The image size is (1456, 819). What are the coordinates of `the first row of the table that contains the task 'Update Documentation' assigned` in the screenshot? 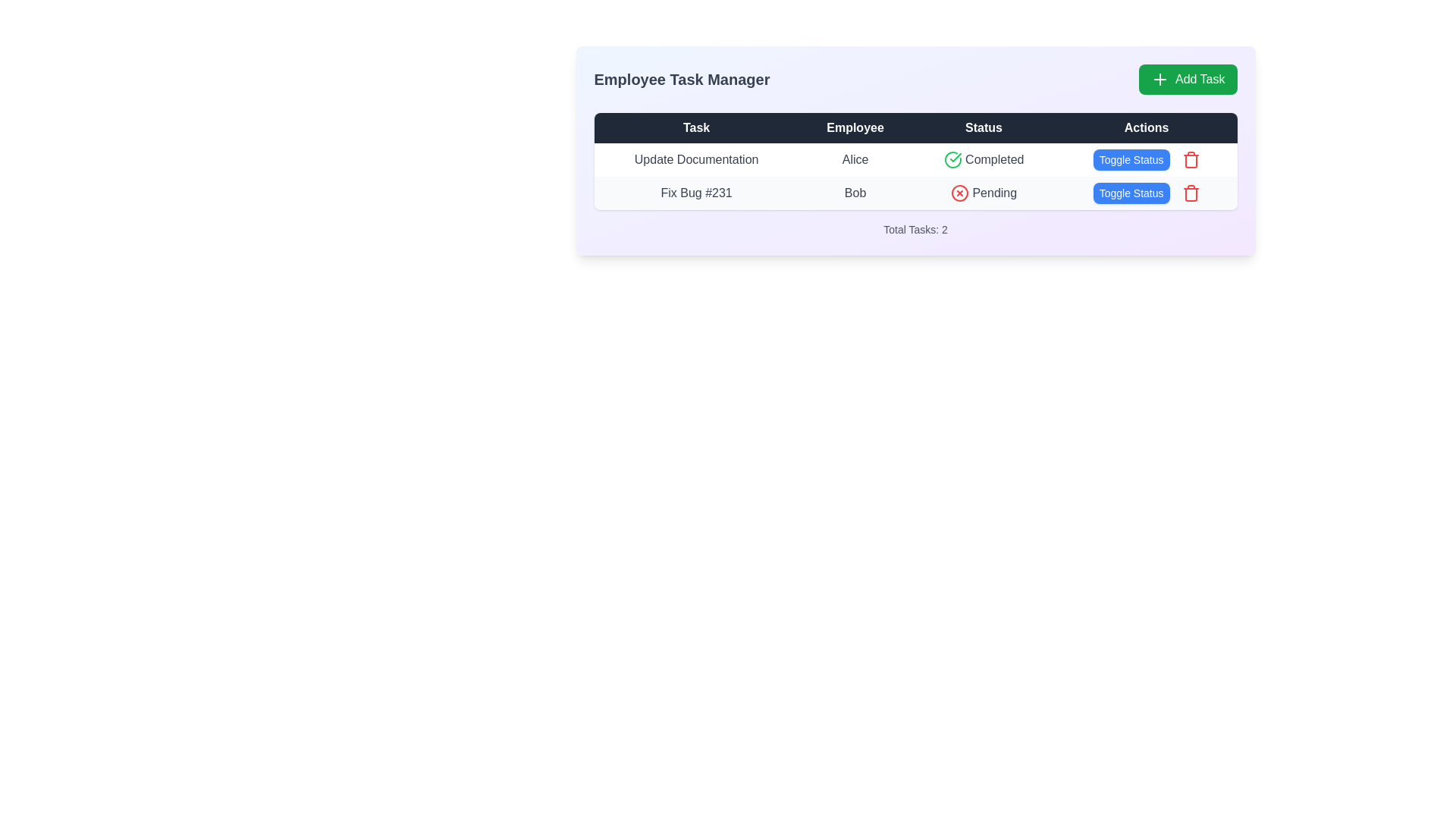 It's located at (915, 175).